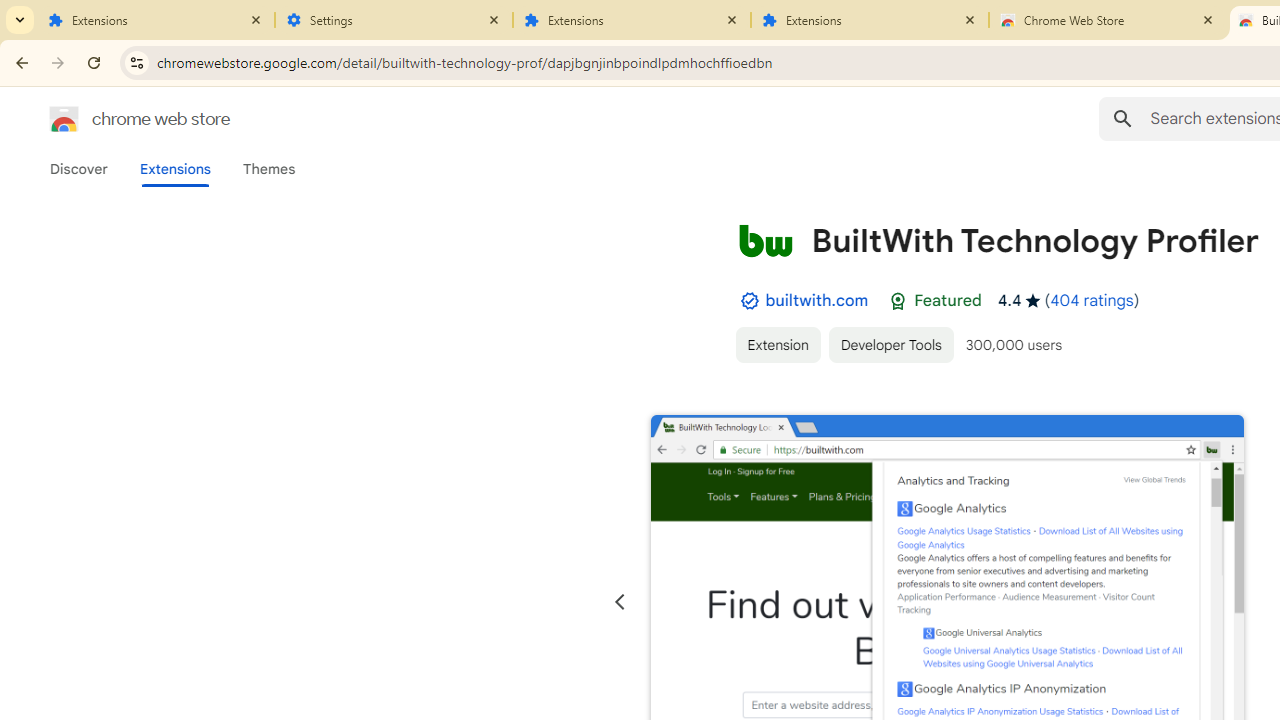  Describe the element at coordinates (764, 239) in the screenshot. I see `'Item logo image for BuiltWith Technology Profiler'` at that location.